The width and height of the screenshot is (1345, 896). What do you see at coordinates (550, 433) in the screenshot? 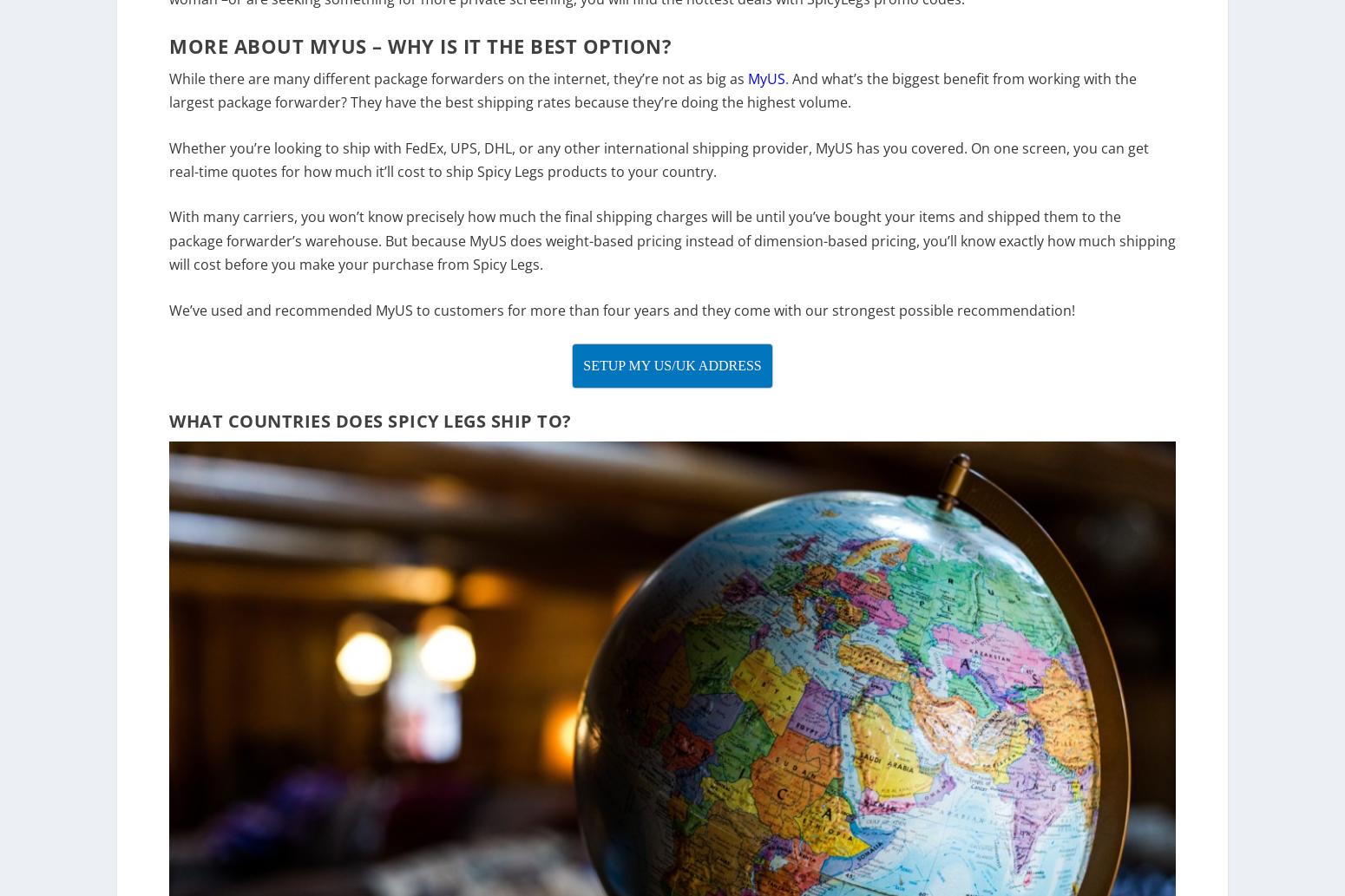
I see `'To?'` at bounding box center [550, 433].